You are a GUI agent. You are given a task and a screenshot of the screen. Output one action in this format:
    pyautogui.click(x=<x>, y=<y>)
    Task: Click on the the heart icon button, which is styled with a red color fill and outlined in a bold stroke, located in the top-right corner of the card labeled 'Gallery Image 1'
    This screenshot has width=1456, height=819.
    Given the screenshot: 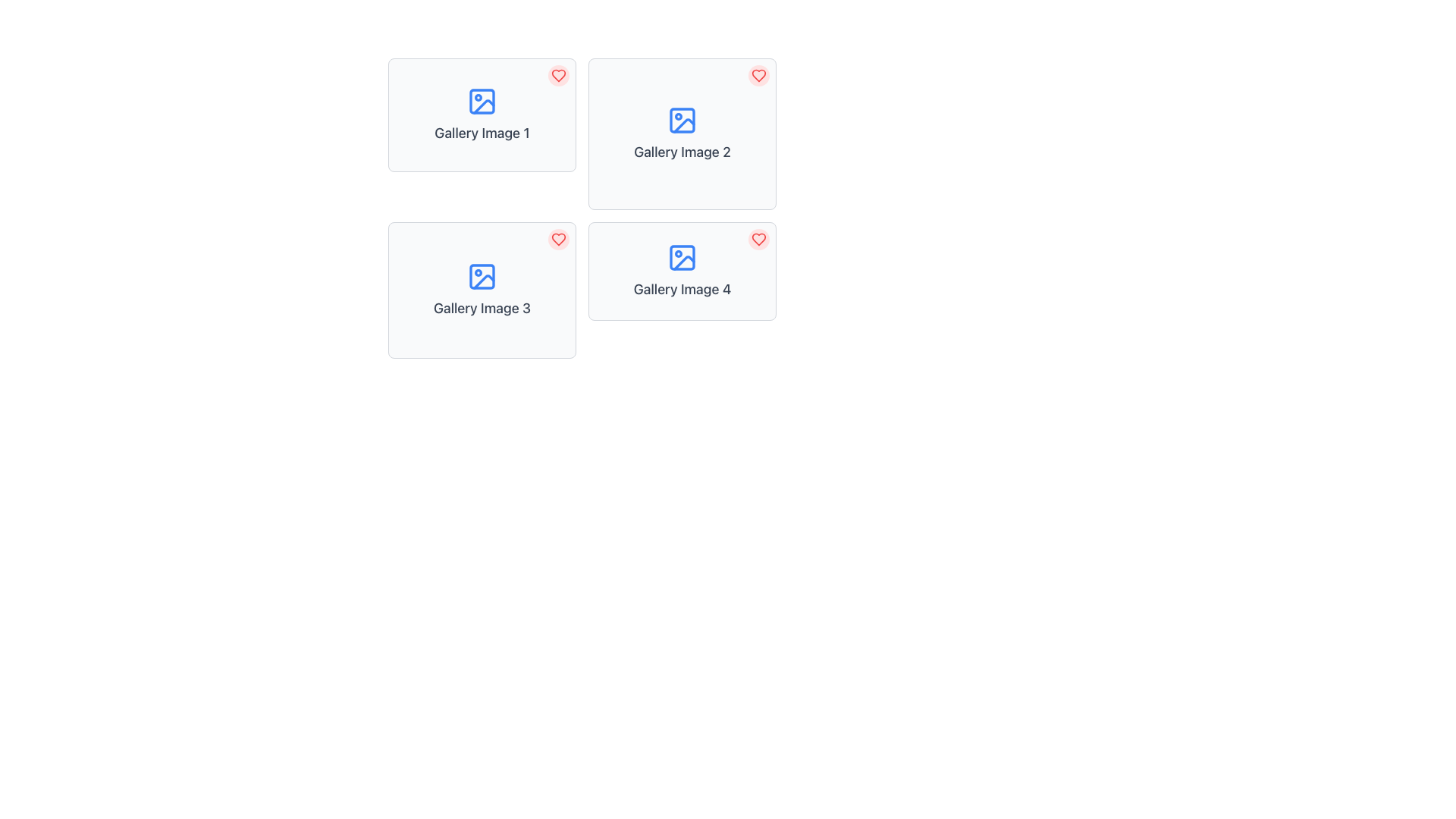 What is the action you would take?
    pyautogui.click(x=558, y=76)
    